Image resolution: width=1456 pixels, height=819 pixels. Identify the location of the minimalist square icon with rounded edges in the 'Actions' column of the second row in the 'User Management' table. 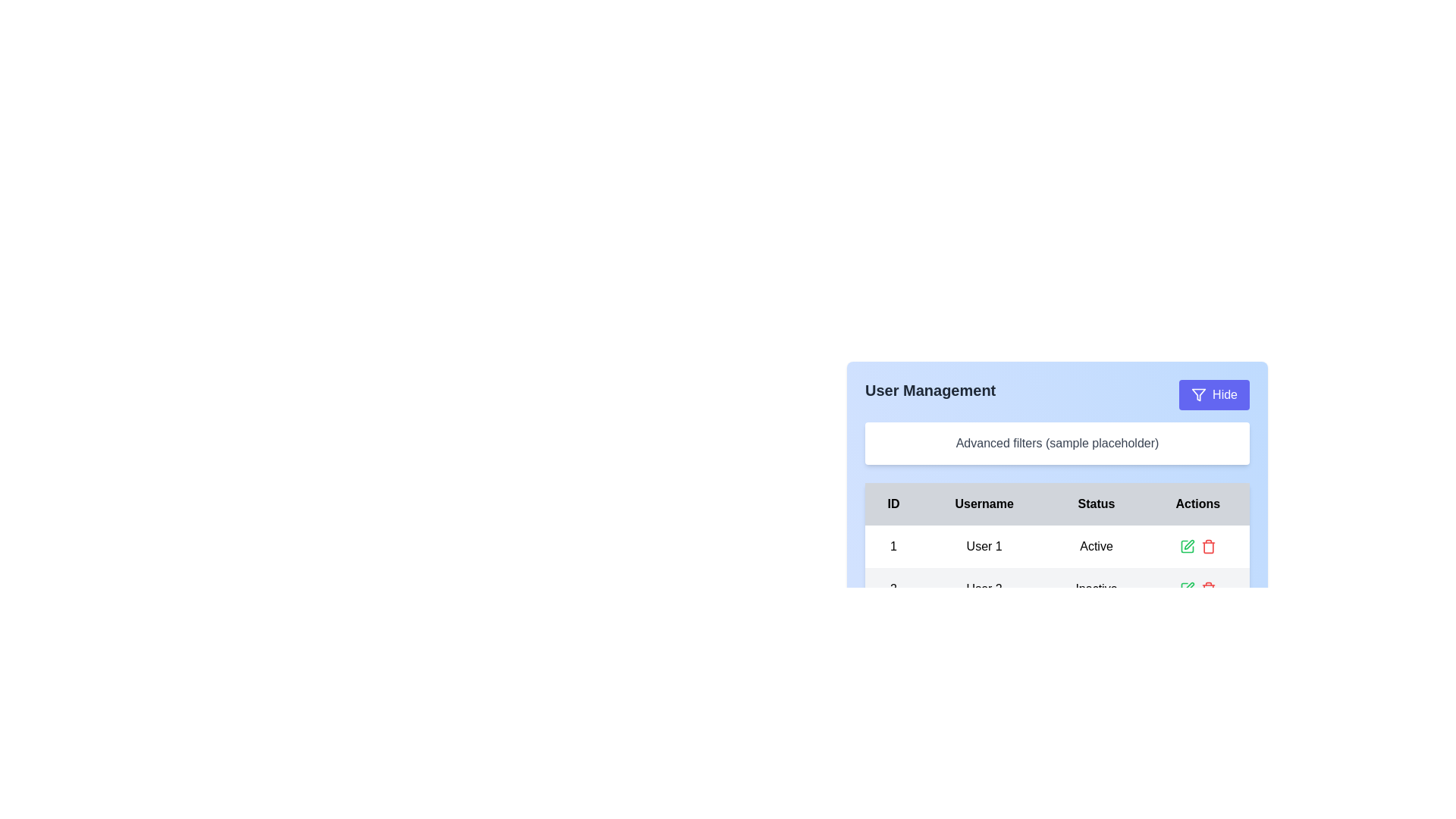
(1186, 588).